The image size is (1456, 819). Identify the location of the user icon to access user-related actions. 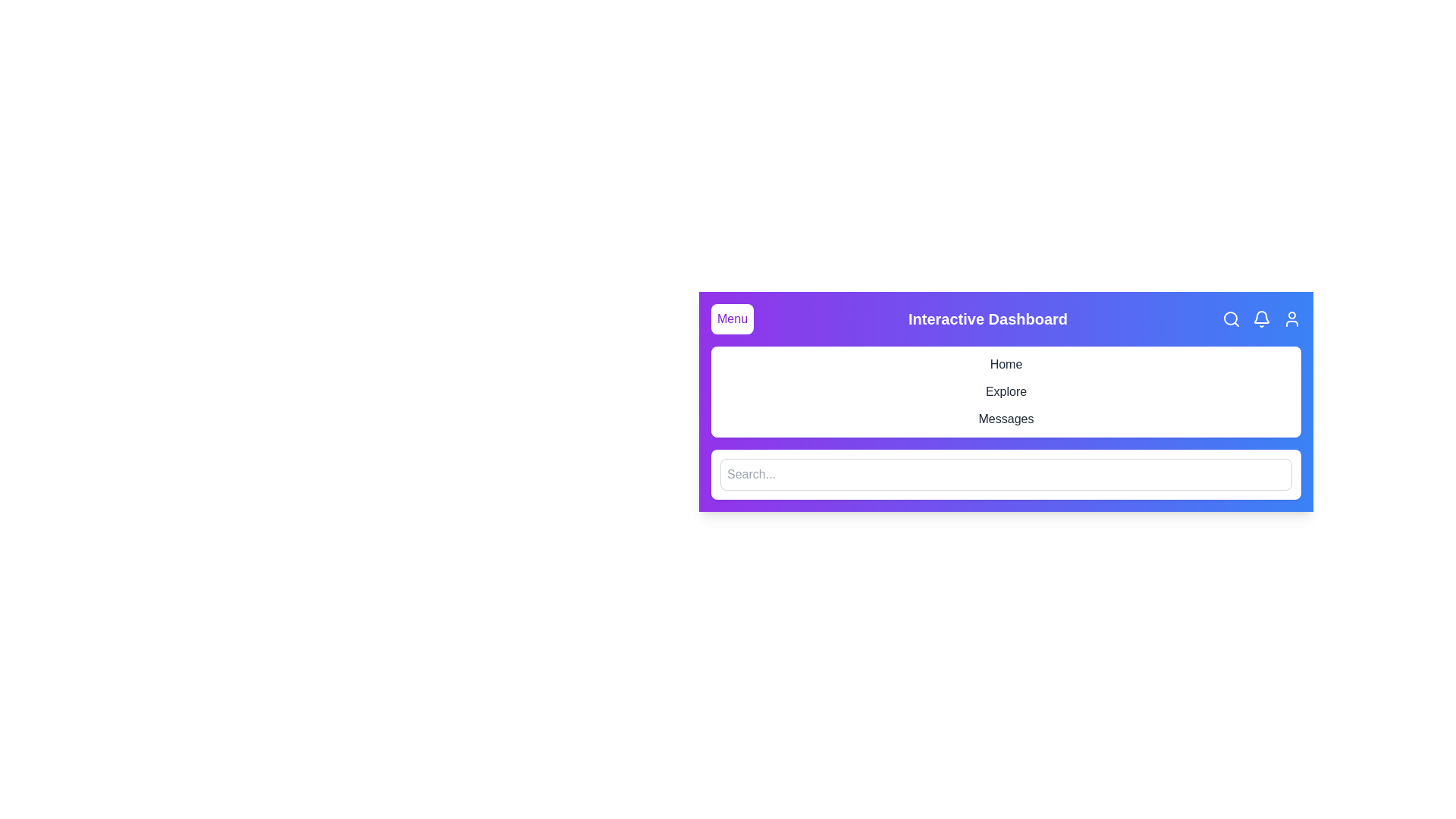
(1291, 318).